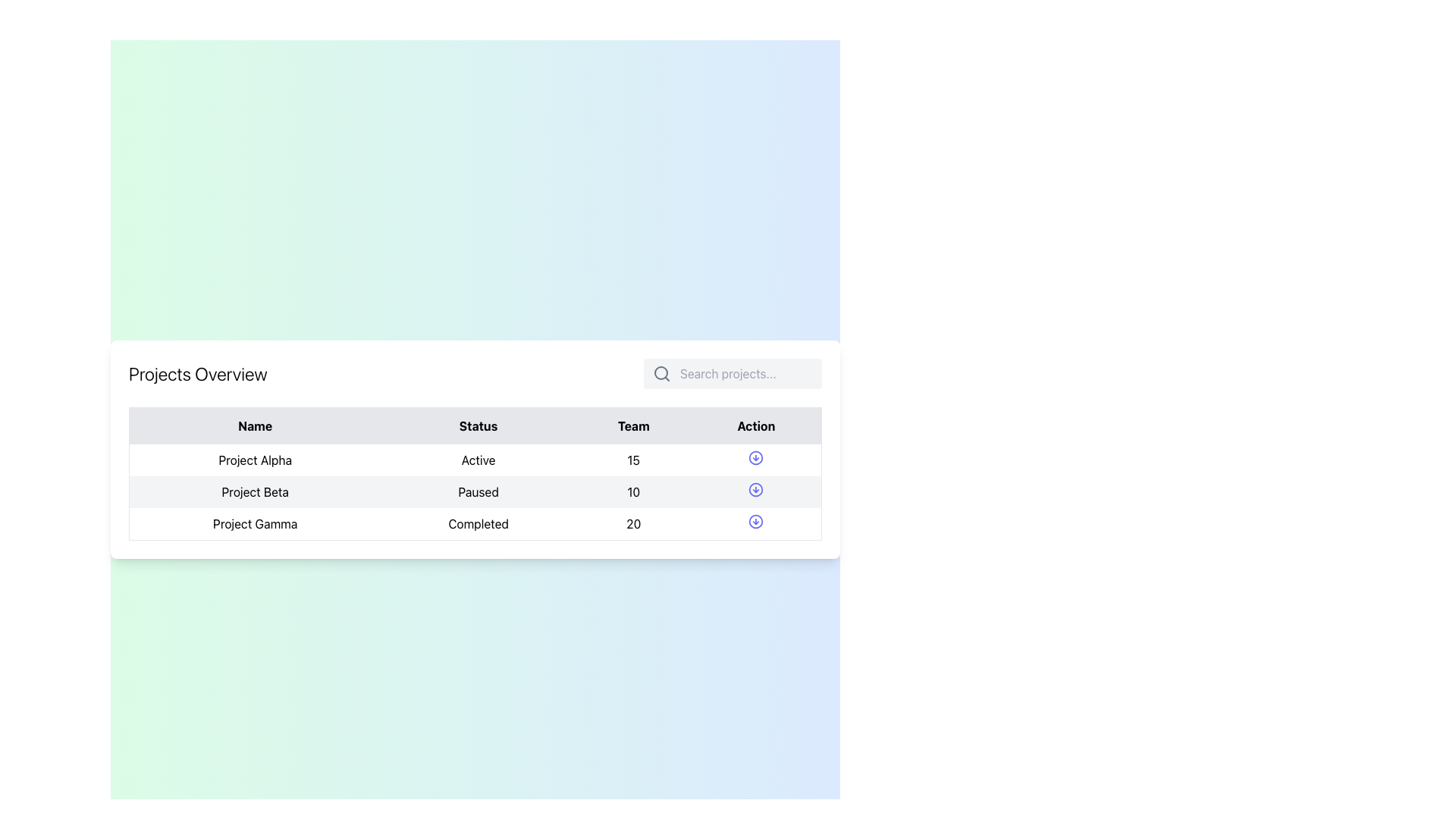 Image resolution: width=1456 pixels, height=819 pixels. What do you see at coordinates (475, 491) in the screenshot?
I see `the second row of the 'Projects Overview' table, which contains the project name 'Project Beta'` at bounding box center [475, 491].